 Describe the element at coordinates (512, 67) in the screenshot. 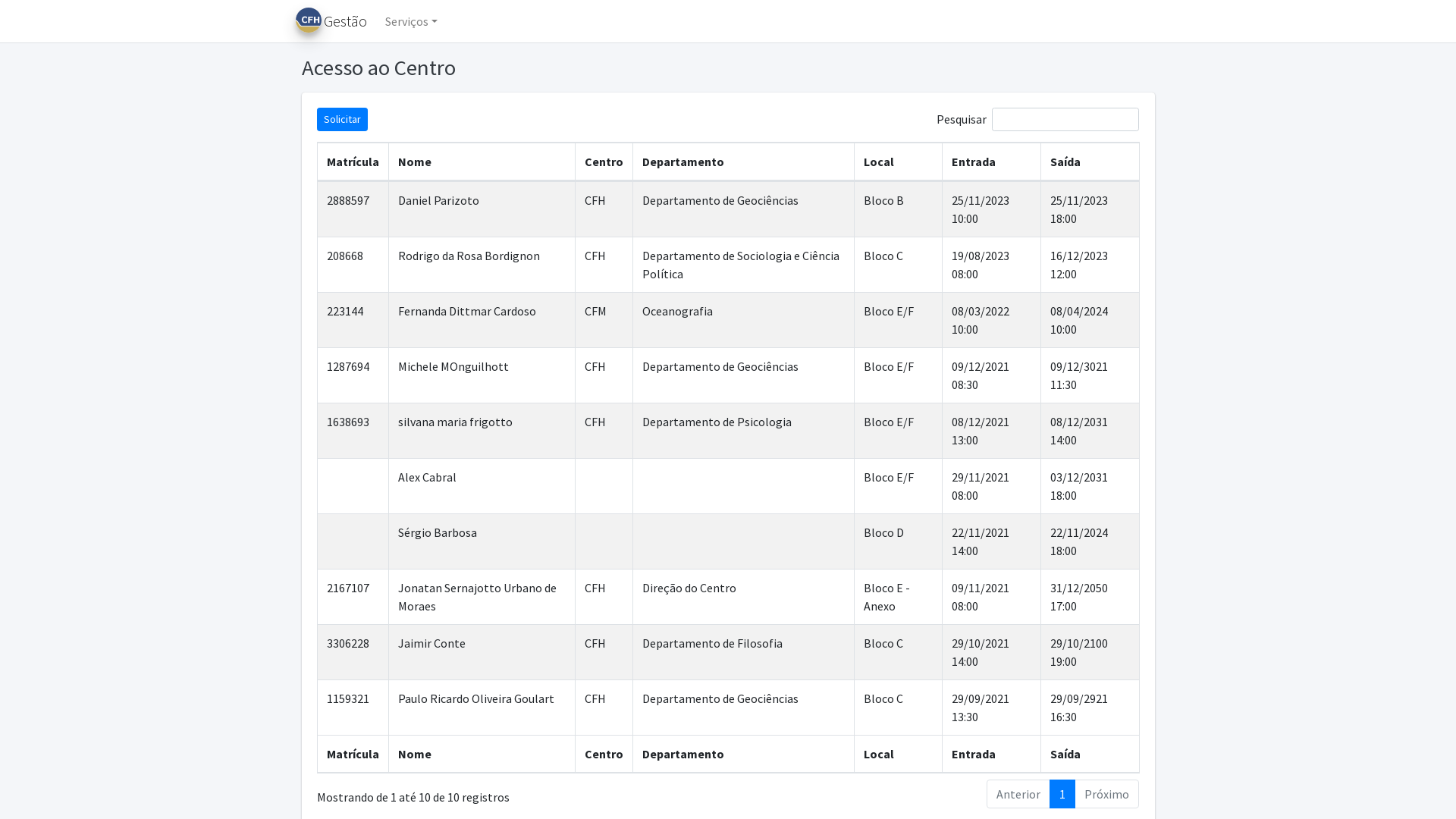

I see `'Acesso ao Centro'` at that location.